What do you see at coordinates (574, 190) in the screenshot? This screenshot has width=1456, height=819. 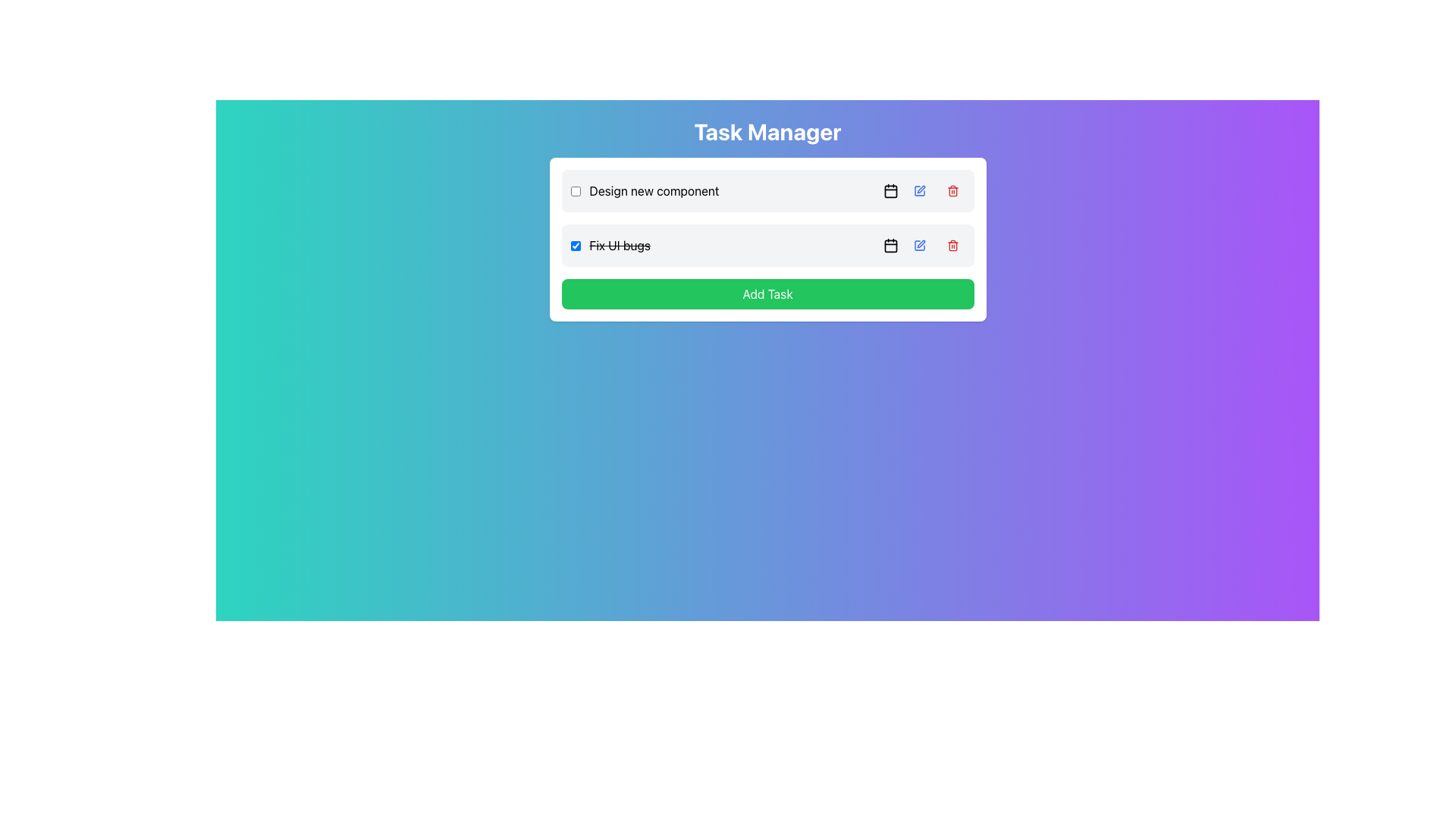 I see `the square-shaped checkbox with a red border` at bounding box center [574, 190].